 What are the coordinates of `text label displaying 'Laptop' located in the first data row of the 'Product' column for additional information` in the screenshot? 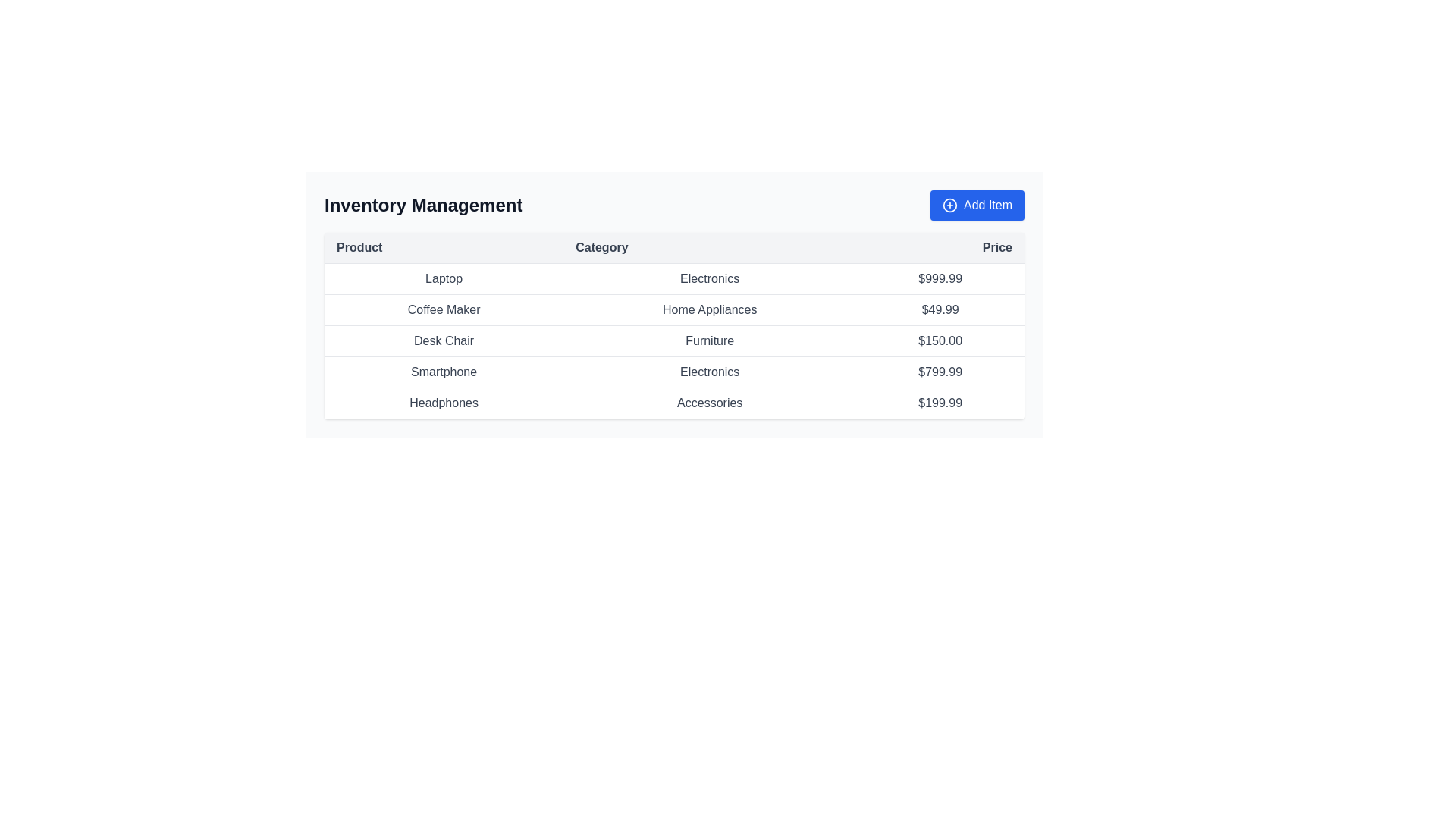 It's located at (443, 278).